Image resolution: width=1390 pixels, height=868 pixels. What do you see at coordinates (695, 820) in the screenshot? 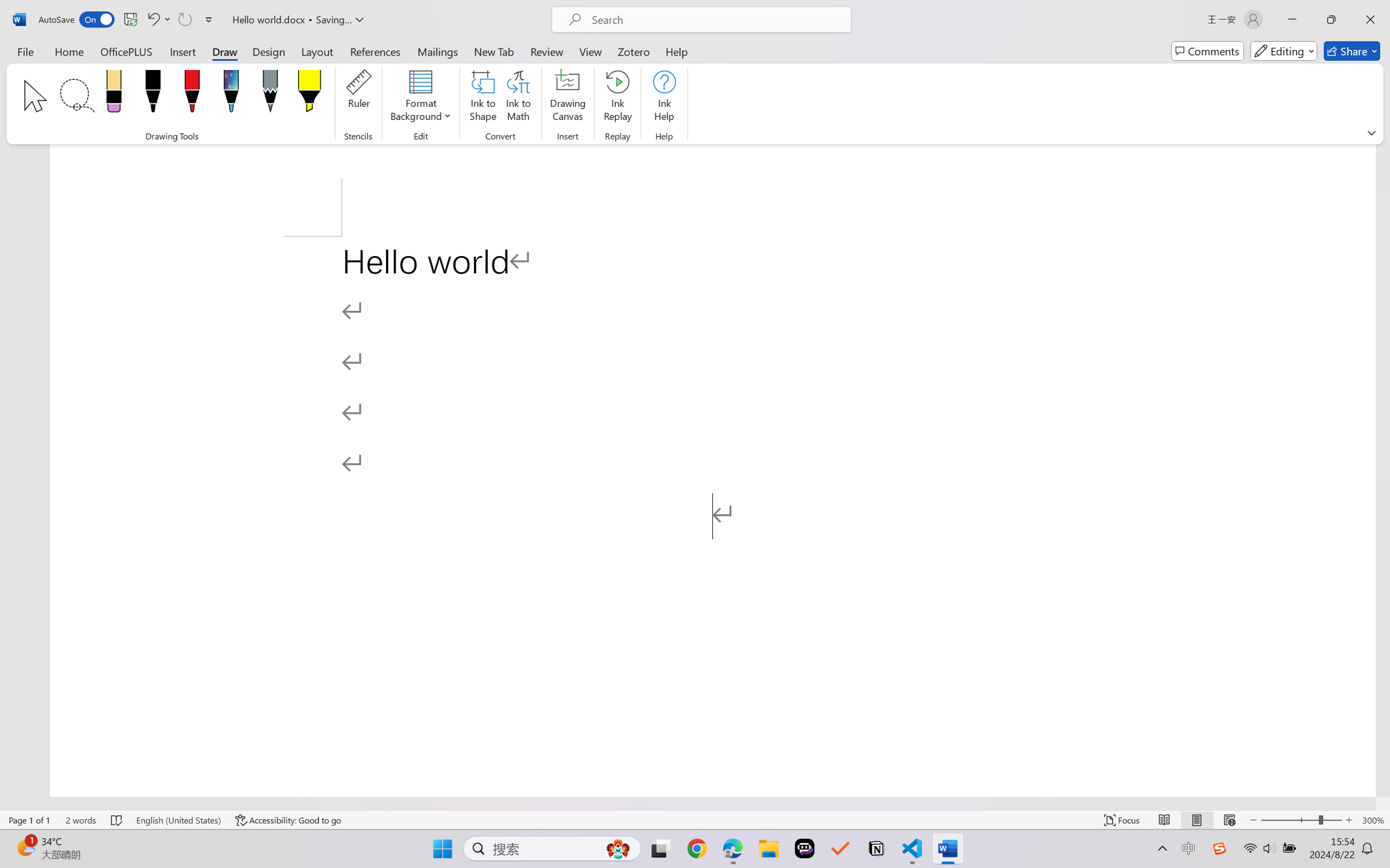
I see `'Class: MsoCommandBar'` at bounding box center [695, 820].